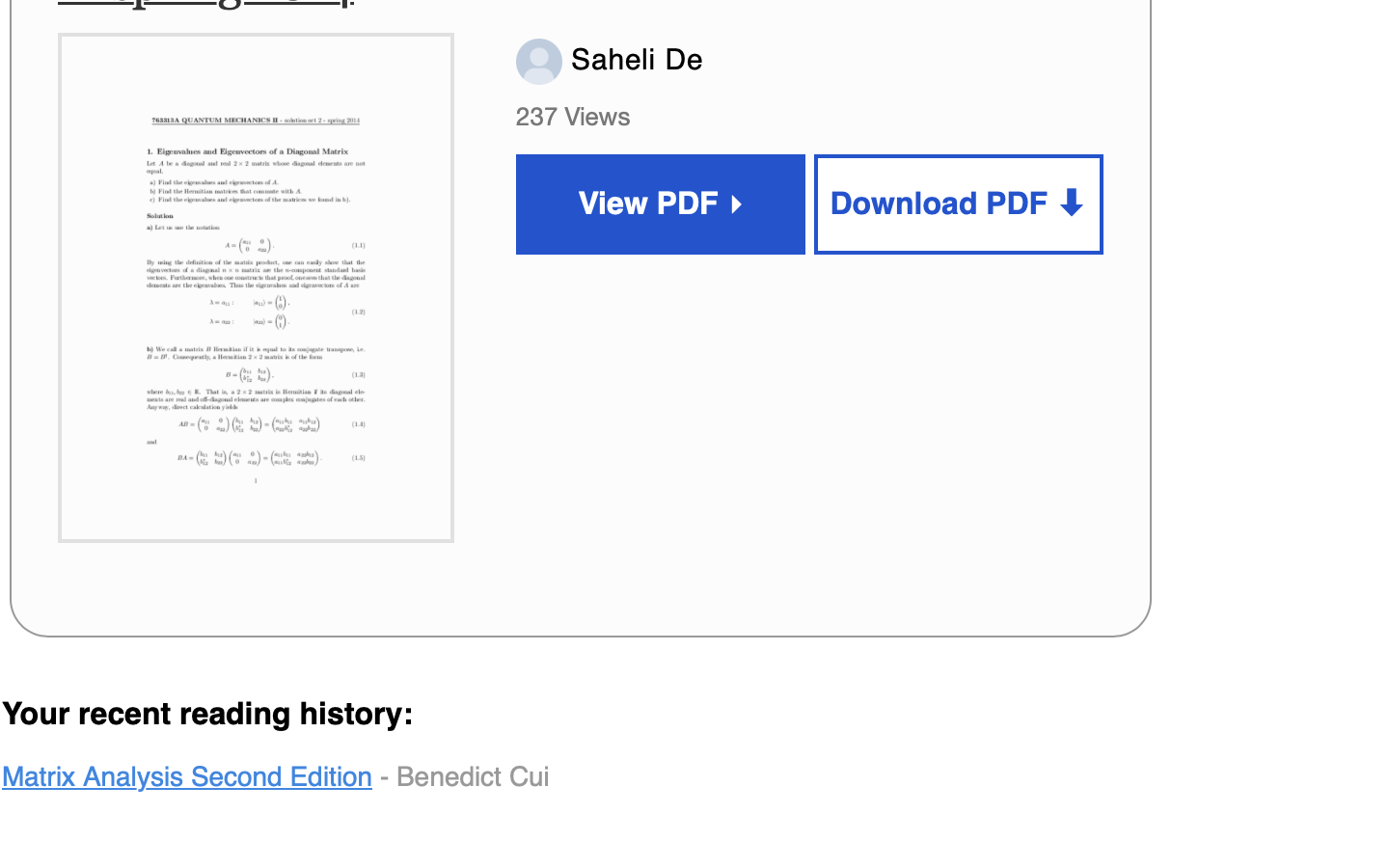 This screenshot has width=1389, height=868. What do you see at coordinates (958, 204) in the screenshot?
I see `'Download PDF ⬇'` at bounding box center [958, 204].